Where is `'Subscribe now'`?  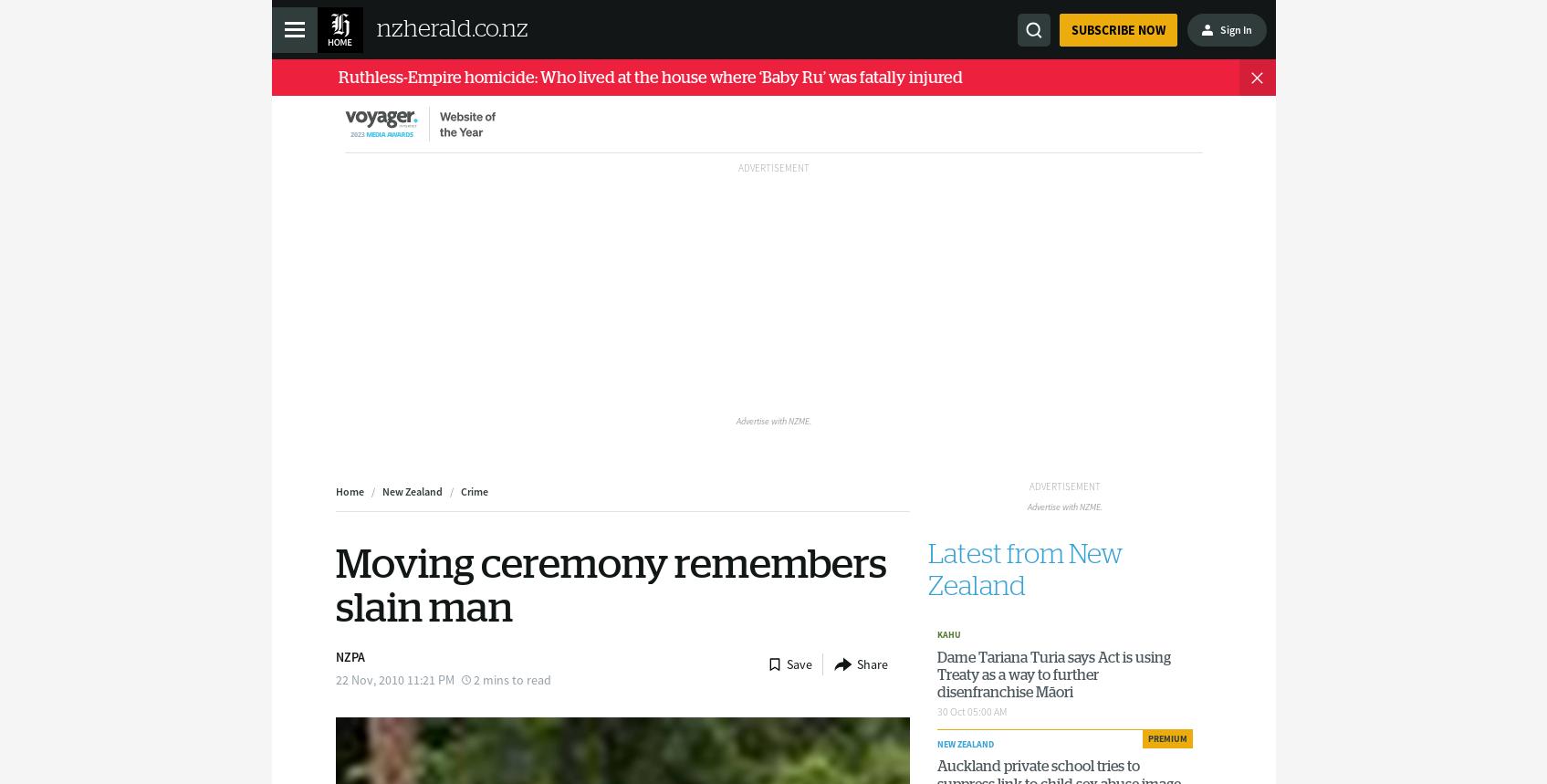
'Subscribe now' is located at coordinates (1070, 29).